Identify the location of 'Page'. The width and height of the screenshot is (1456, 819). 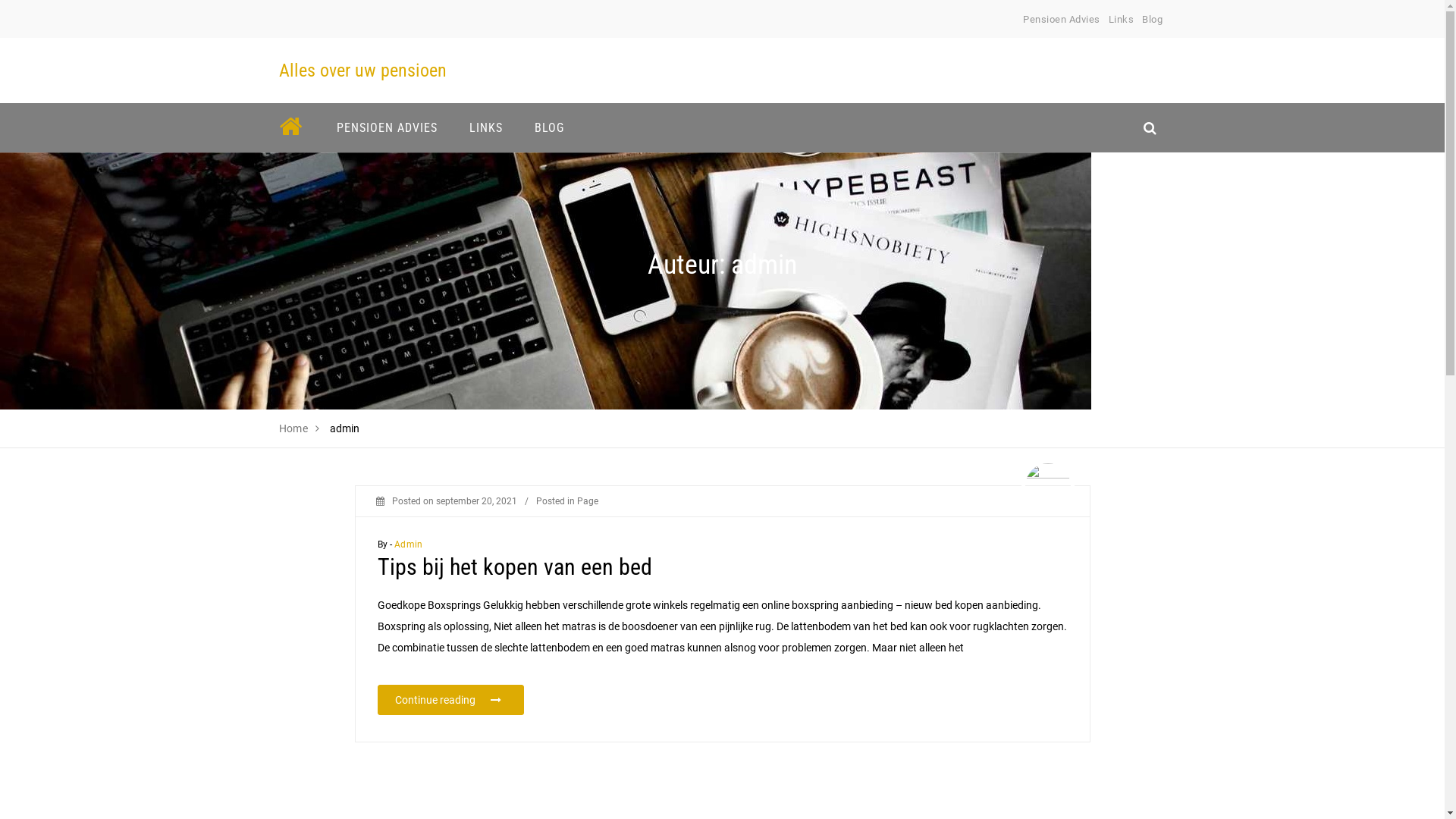
(585, 500).